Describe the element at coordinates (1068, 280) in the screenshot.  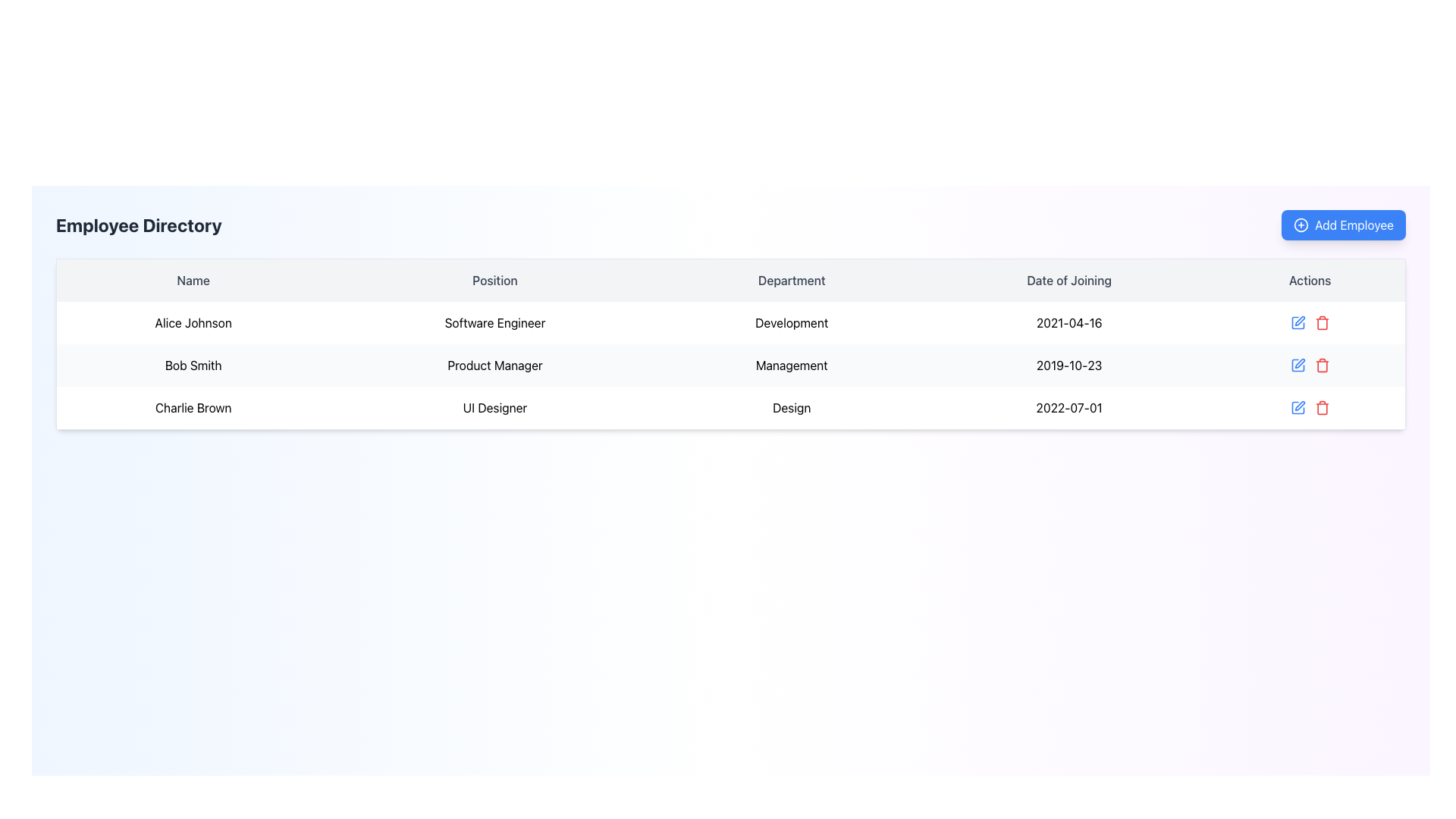
I see `the text label 'Date of Joining' located in the fourth column of the table header, positioned between 'Department' and 'Actions'` at that location.